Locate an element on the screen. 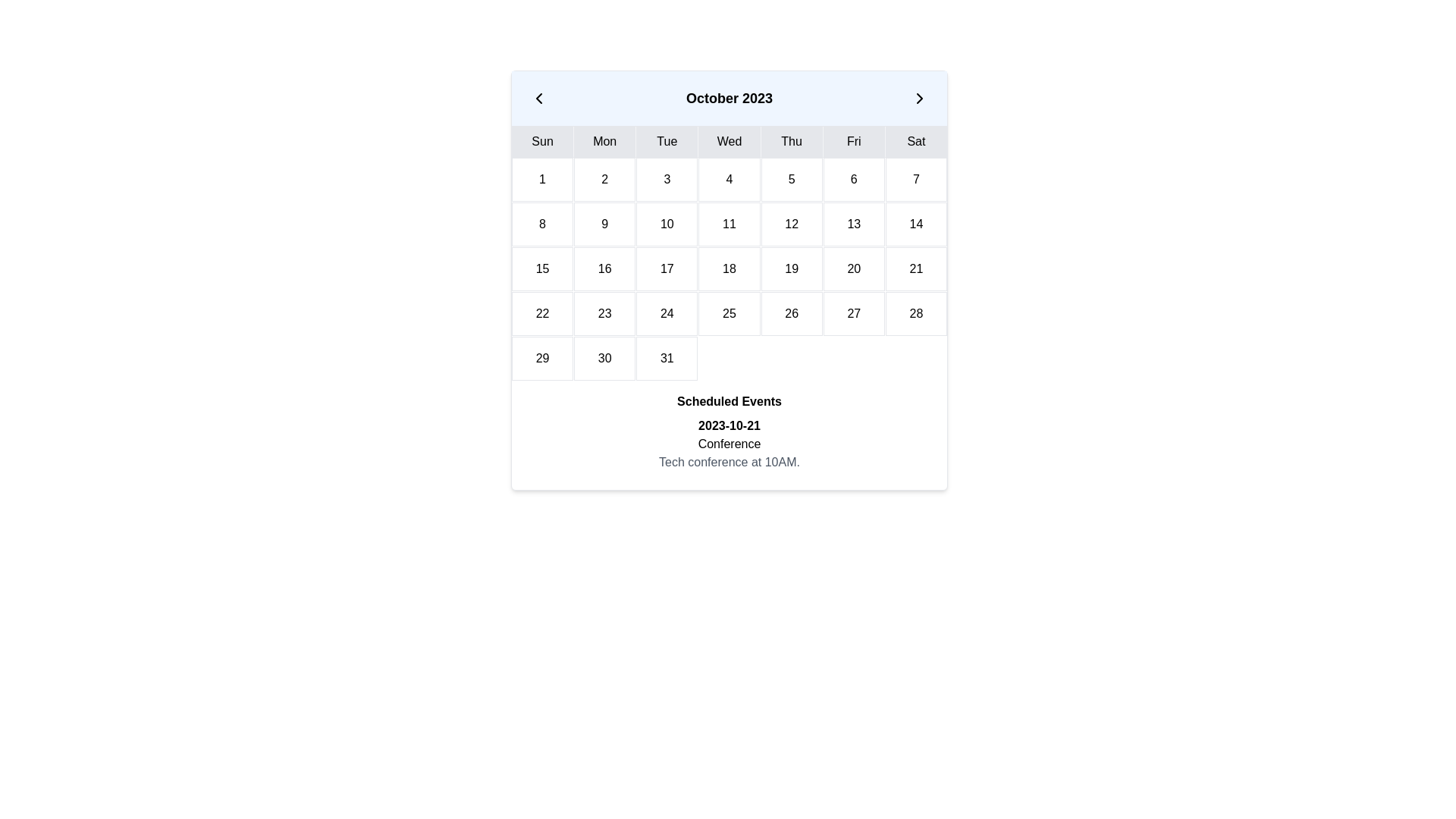 Image resolution: width=1456 pixels, height=819 pixels. the Textual date block representing the 16th day in the calendar interface is located at coordinates (604, 268).